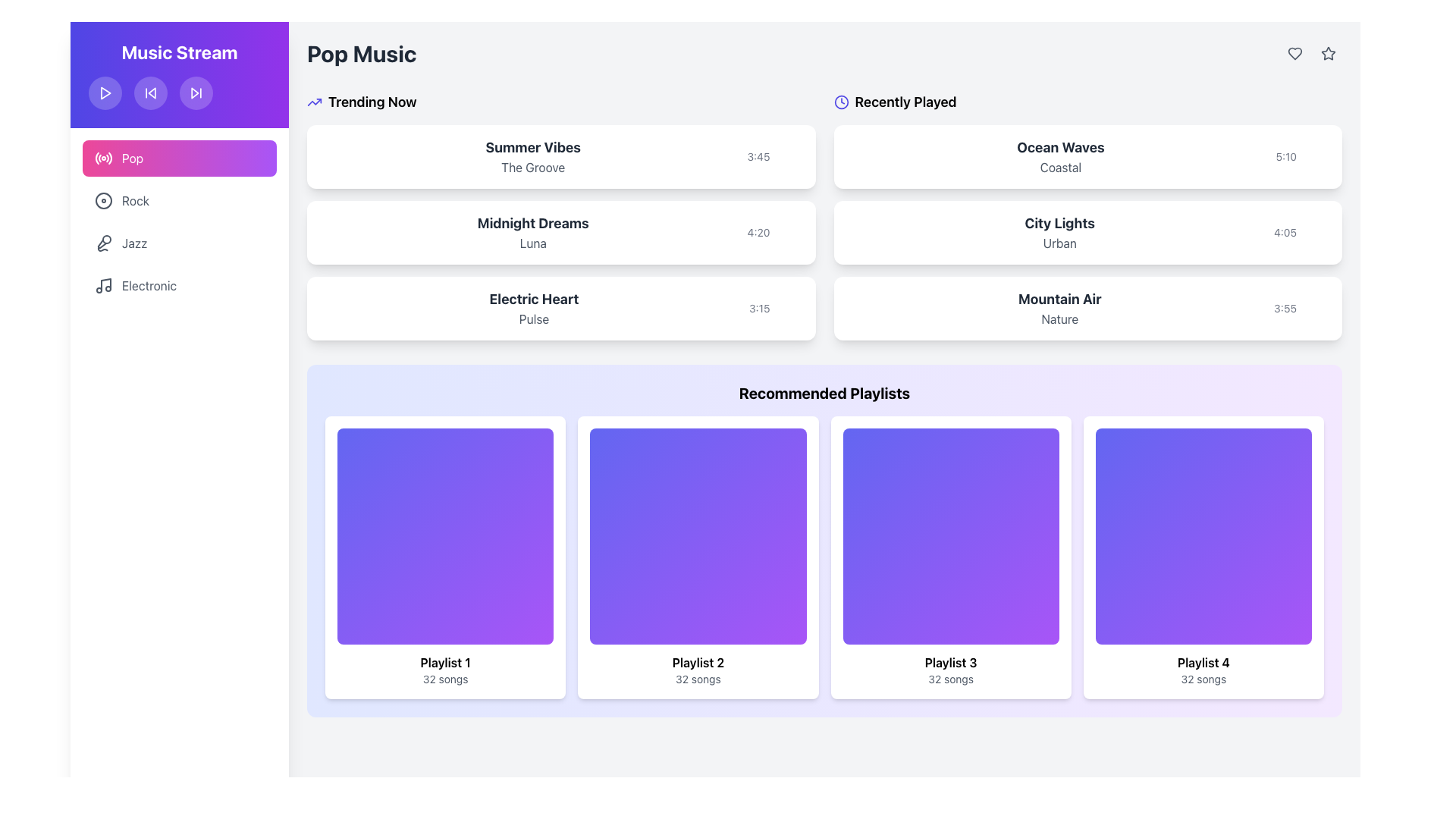  I want to click on secondary text element containing 'Luna' that appears below the song title 'Midnight Dreams' in the 'Trending Now' section, so click(533, 242).